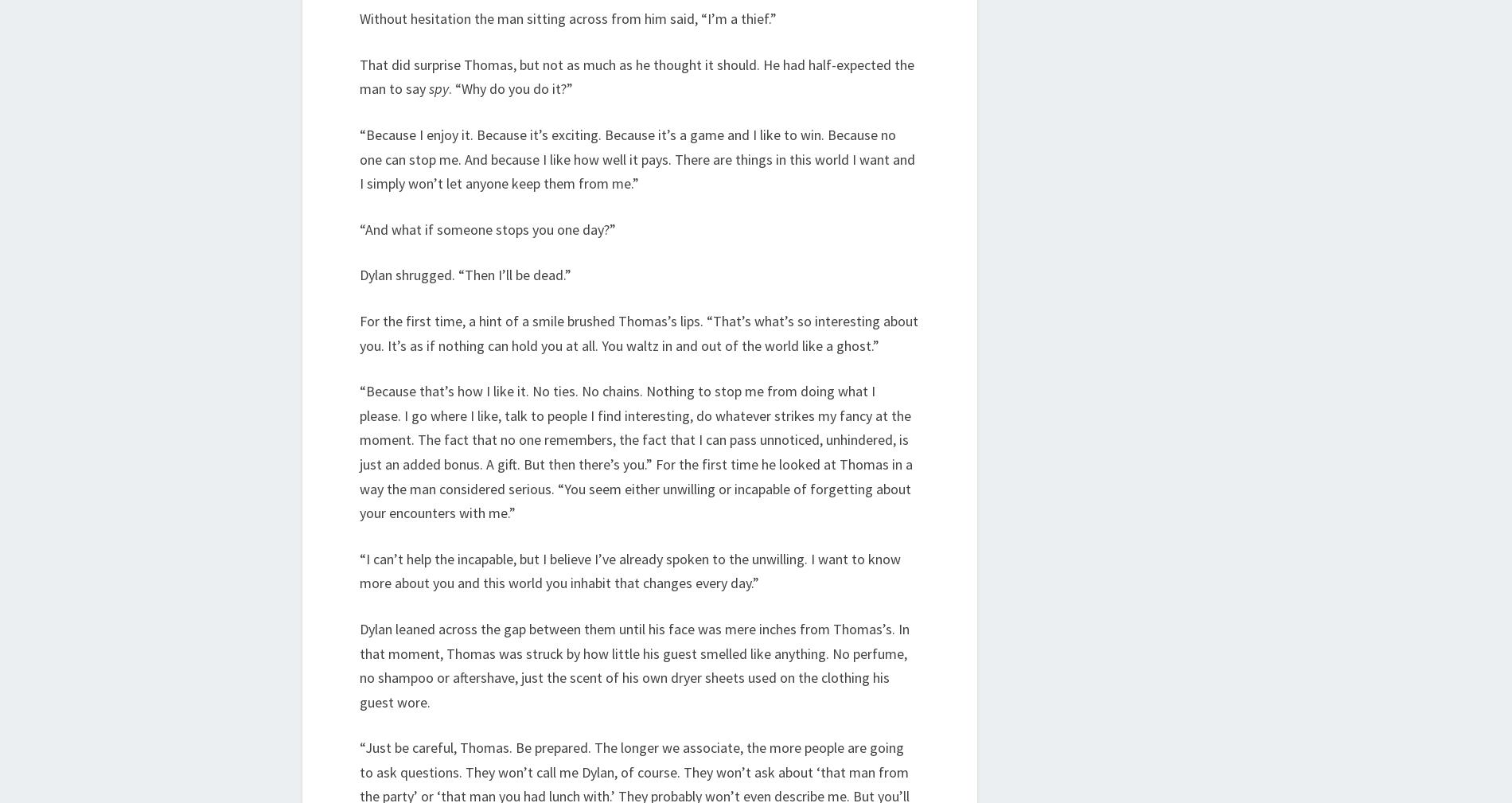  Describe the element at coordinates (629, 570) in the screenshot. I see `'“I can’t help the incapable, but I believe I’ve already spoken to the unwilling. I want to know more about you and this world you inhabit that changes every day.”'` at that location.